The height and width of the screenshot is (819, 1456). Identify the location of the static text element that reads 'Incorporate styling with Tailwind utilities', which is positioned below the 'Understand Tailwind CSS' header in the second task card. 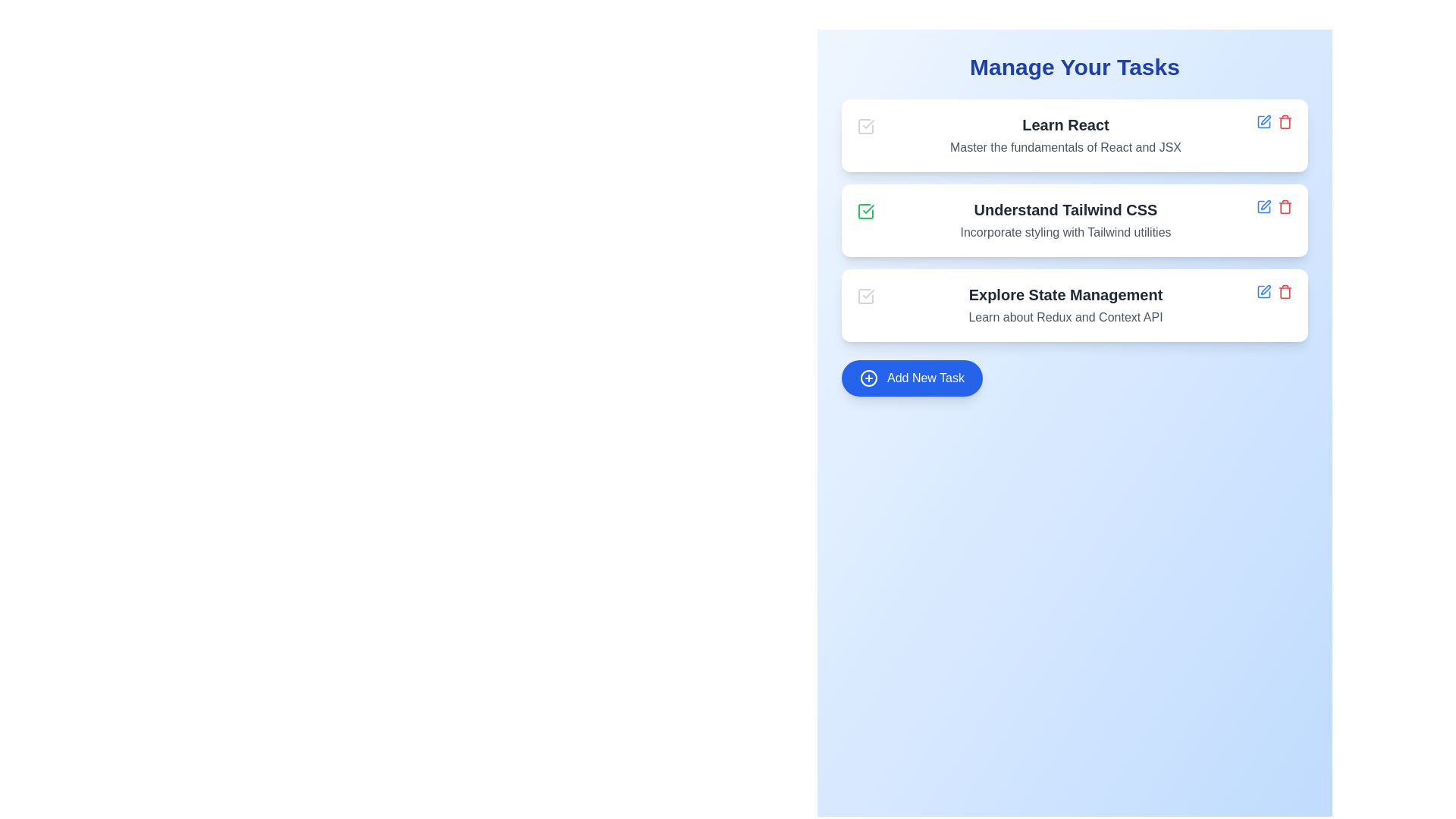
(1065, 233).